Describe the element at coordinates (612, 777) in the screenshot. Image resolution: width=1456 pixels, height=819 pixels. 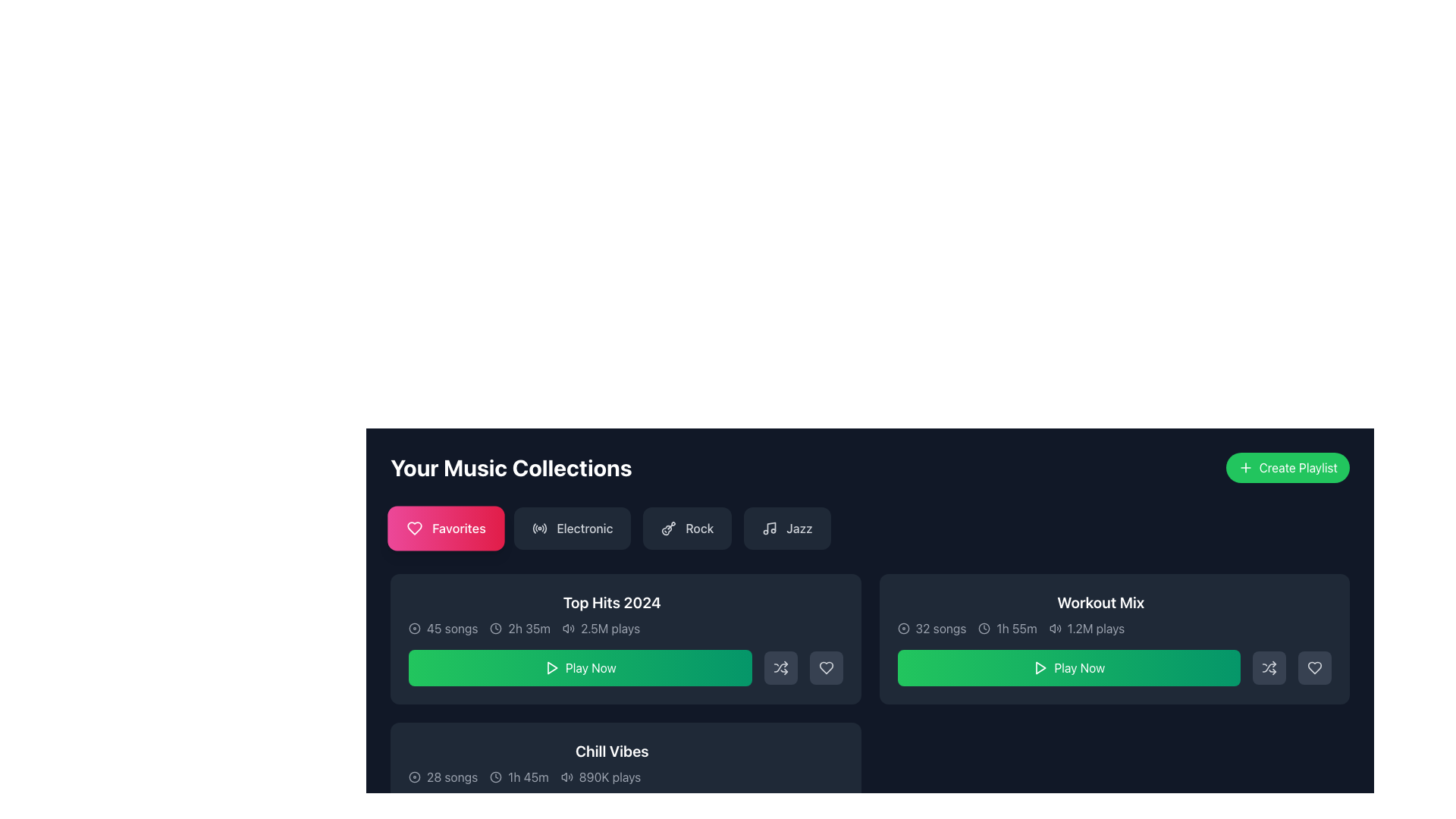
I see `the interactive elements surrounding the Informational text group with icons that display song count, duration, and play count located in the 'Chill Vibes' section` at that location.